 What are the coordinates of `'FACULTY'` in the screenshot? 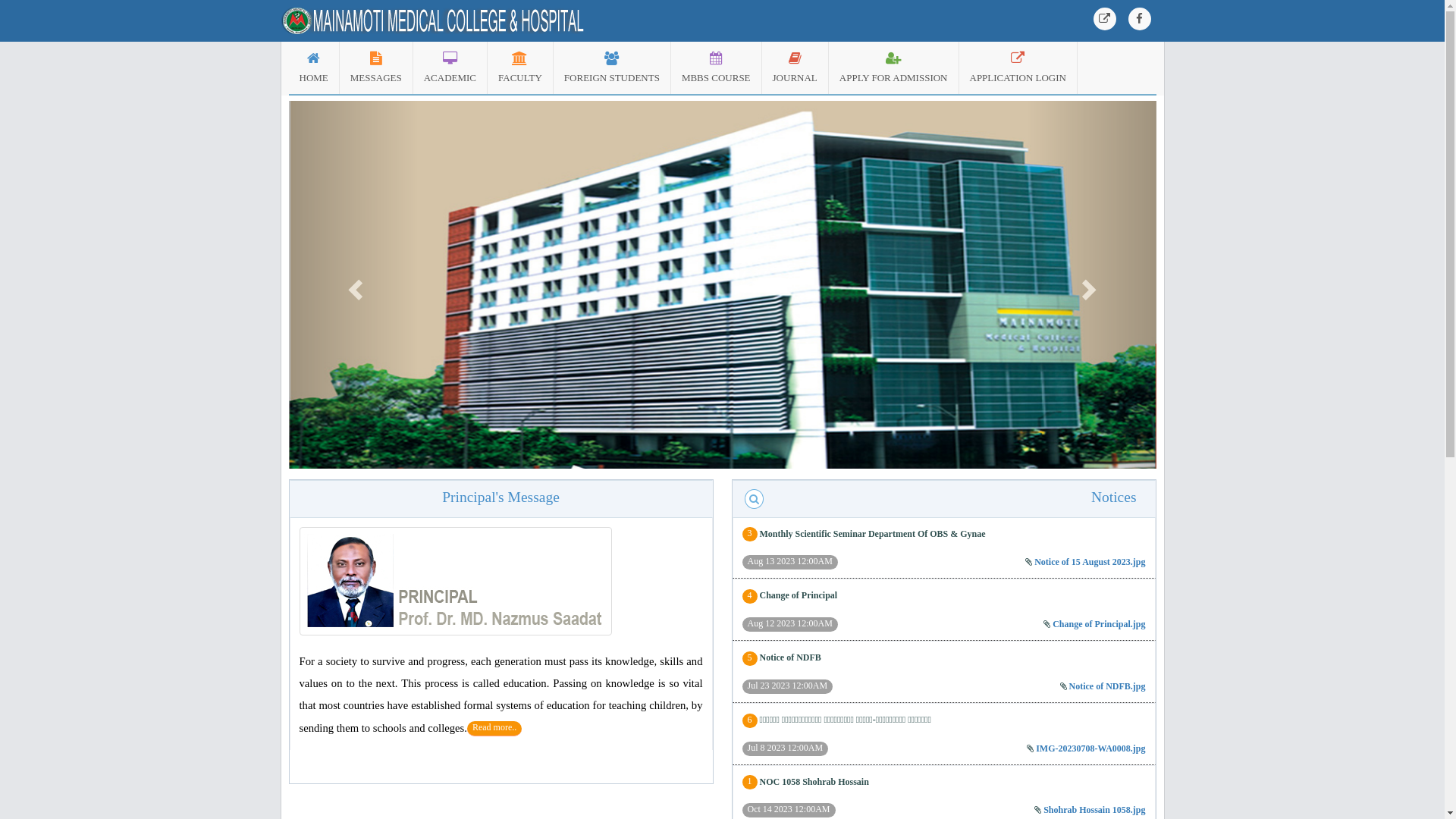 It's located at (488, 67).